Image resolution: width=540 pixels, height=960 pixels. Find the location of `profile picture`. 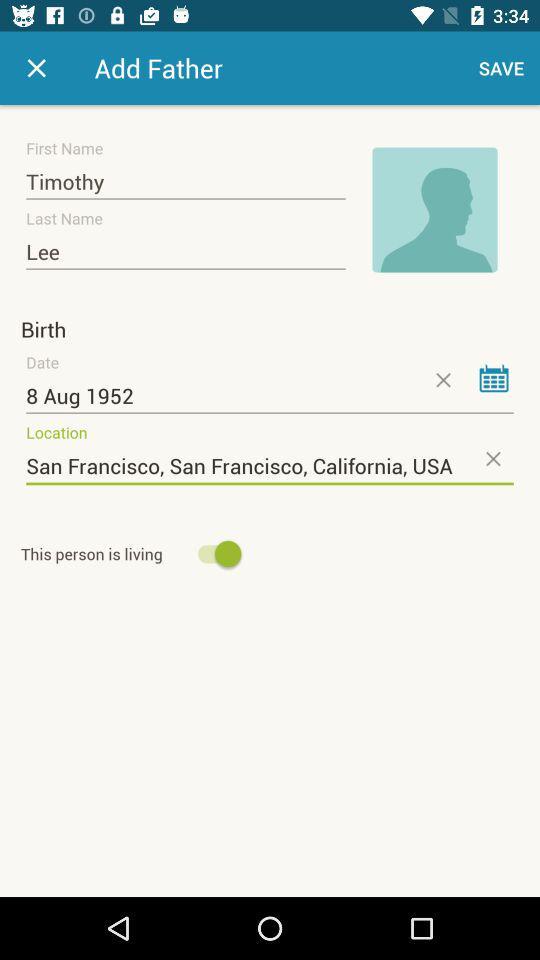

profile picture is located at coordinates (434, 210).